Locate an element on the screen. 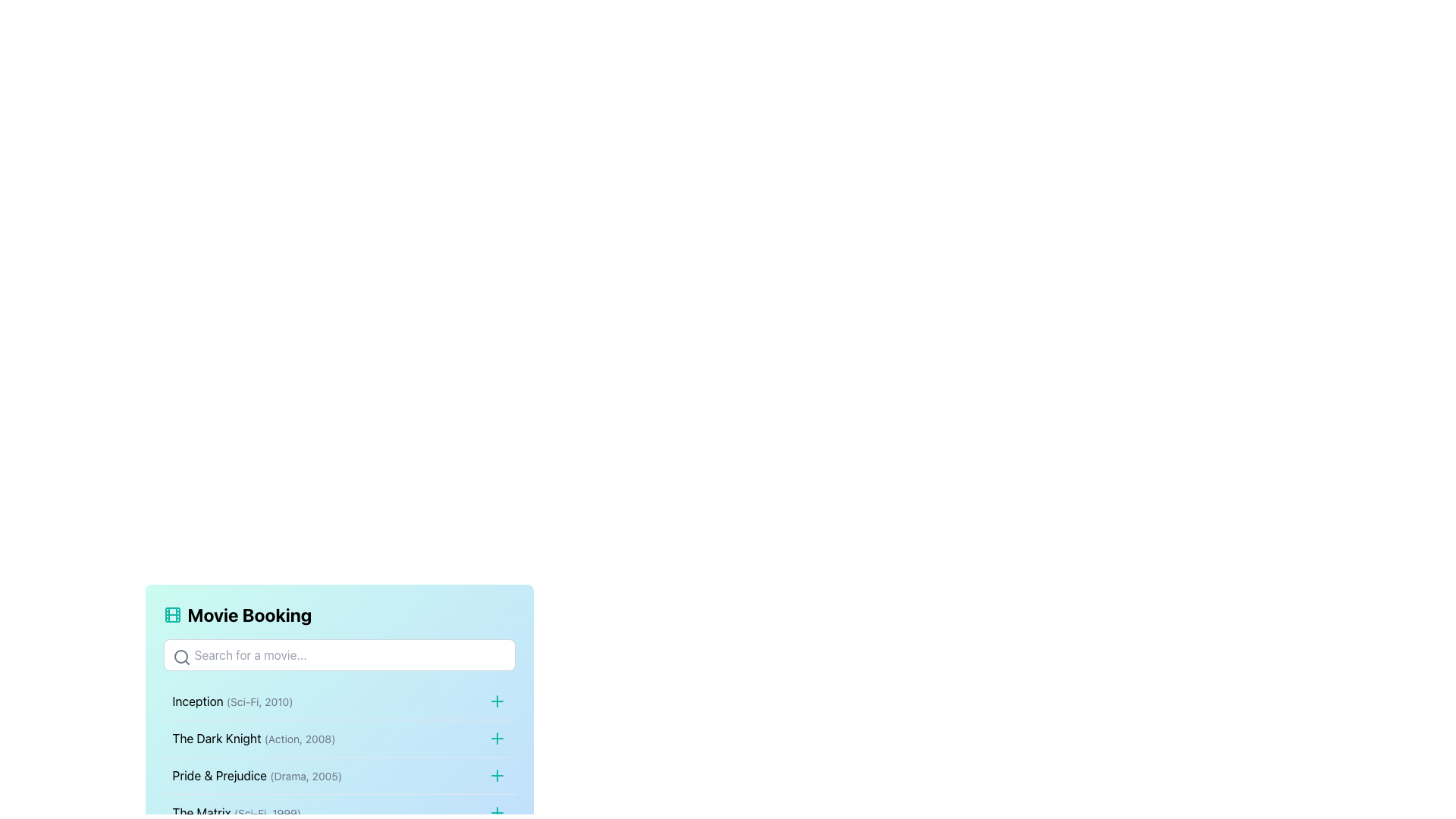 Image resolution: width=1456 pixels, height=819 pixels. the input field adjacent to the search icon located at the top left of the search input box is located at coordinates (181, 657).